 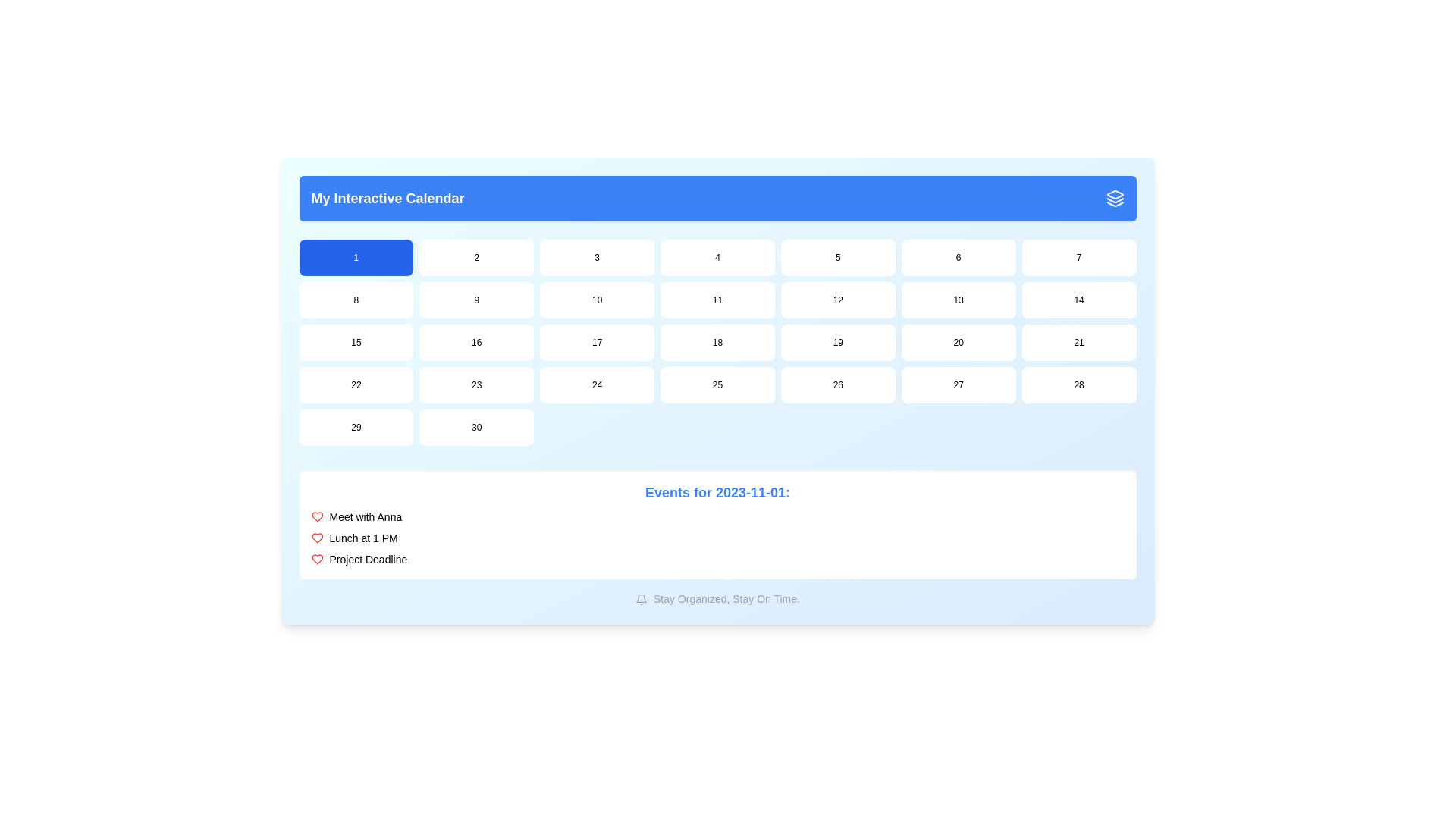 I want to click on the small rectangular button with the number '30' that is located in the bottom-right corner of a 7x5 grid within a calendar interface, so click(x=475, y=427).